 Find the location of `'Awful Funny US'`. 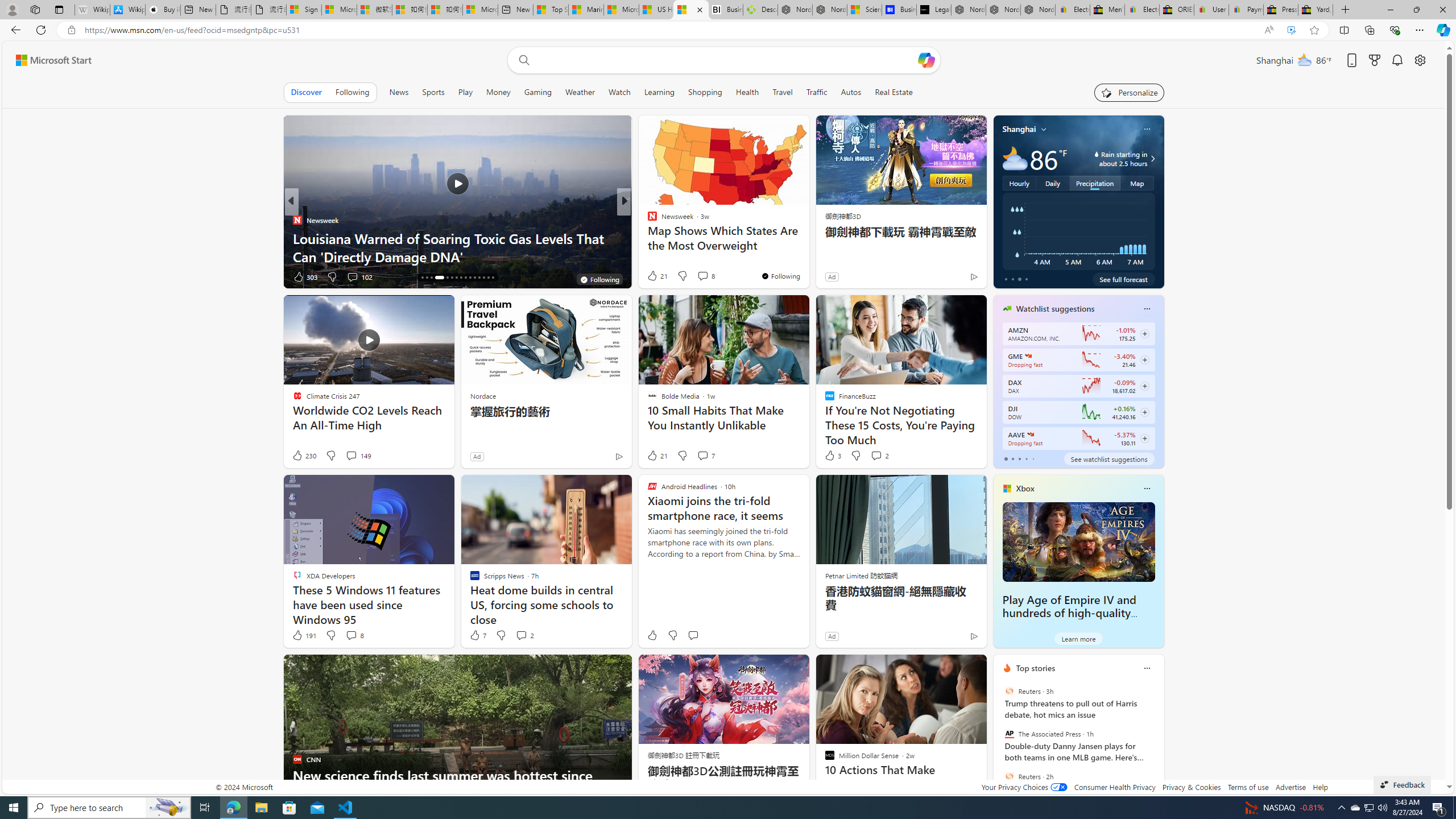

'Awful Funny US' is located at coordinates (647, 238).